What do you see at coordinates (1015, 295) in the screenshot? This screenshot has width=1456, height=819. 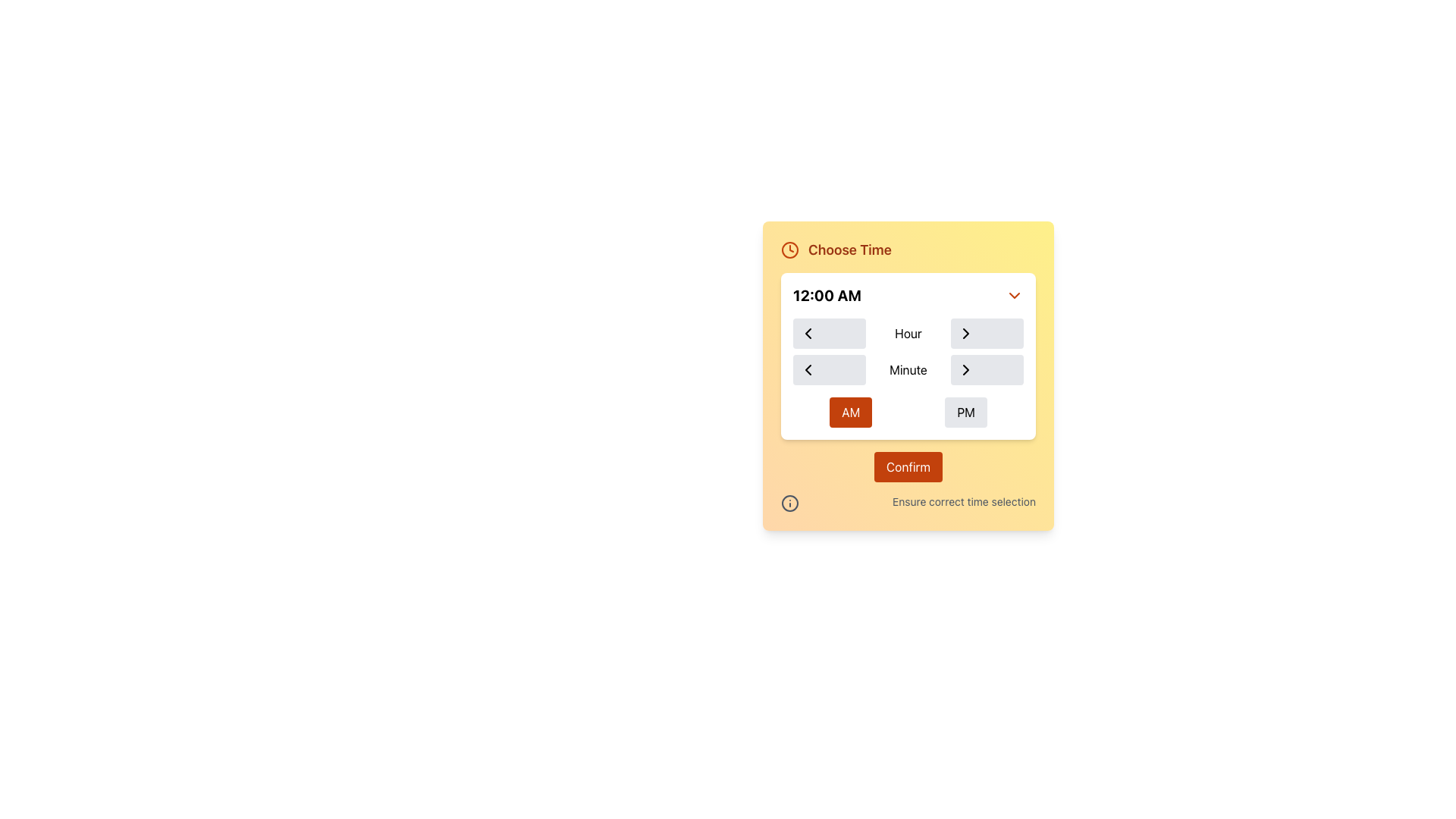 I see `the dropdown toggle icon, which is positioned to the far right of the '12:00 AM' time text label` at bounding box center [1015, 295].